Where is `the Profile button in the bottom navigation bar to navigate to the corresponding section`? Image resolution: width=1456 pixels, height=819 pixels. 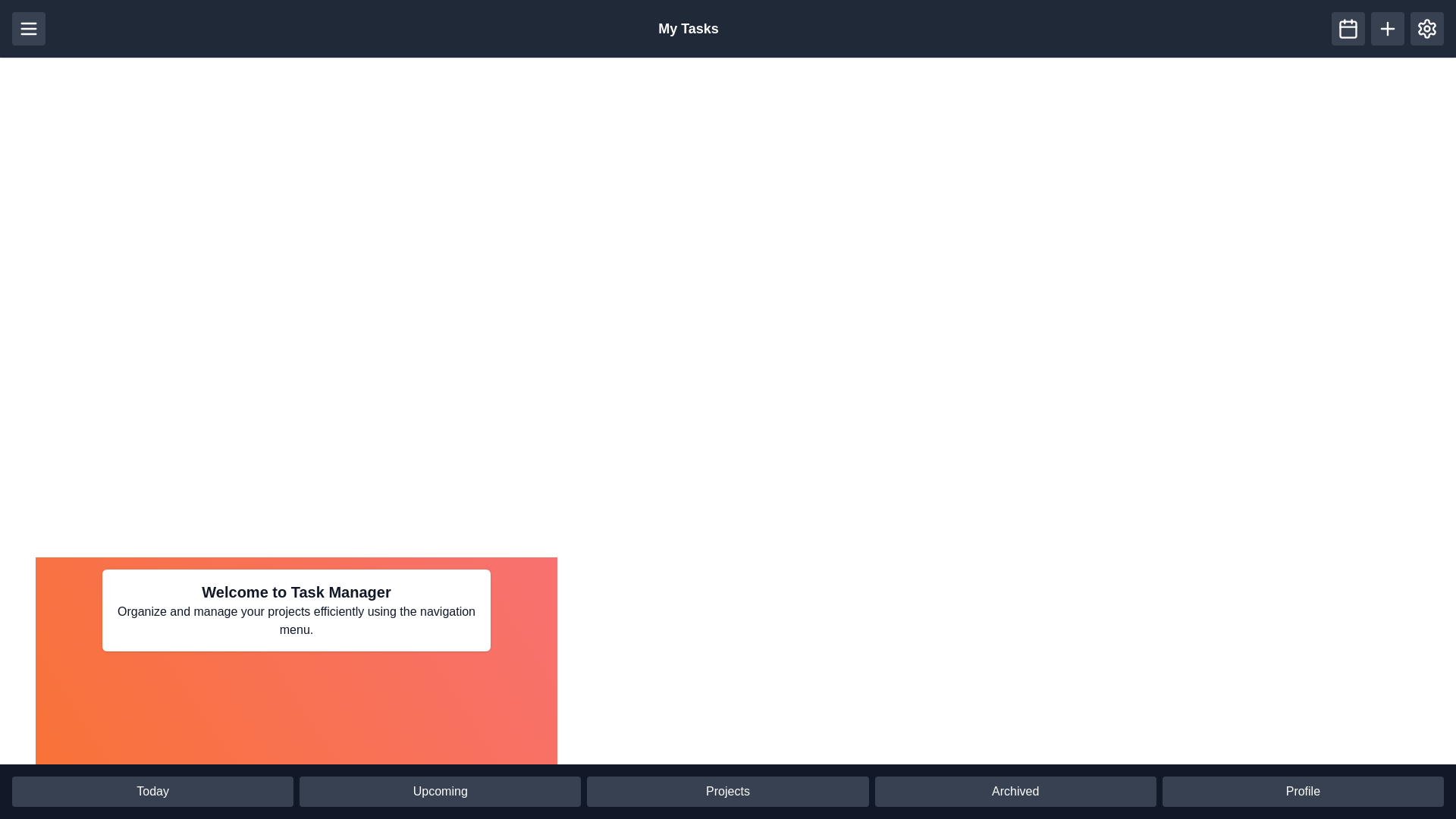 the Profile button in the bottom navigation bar to navigate to the corresponding section is located at coordinates (1302, 791).